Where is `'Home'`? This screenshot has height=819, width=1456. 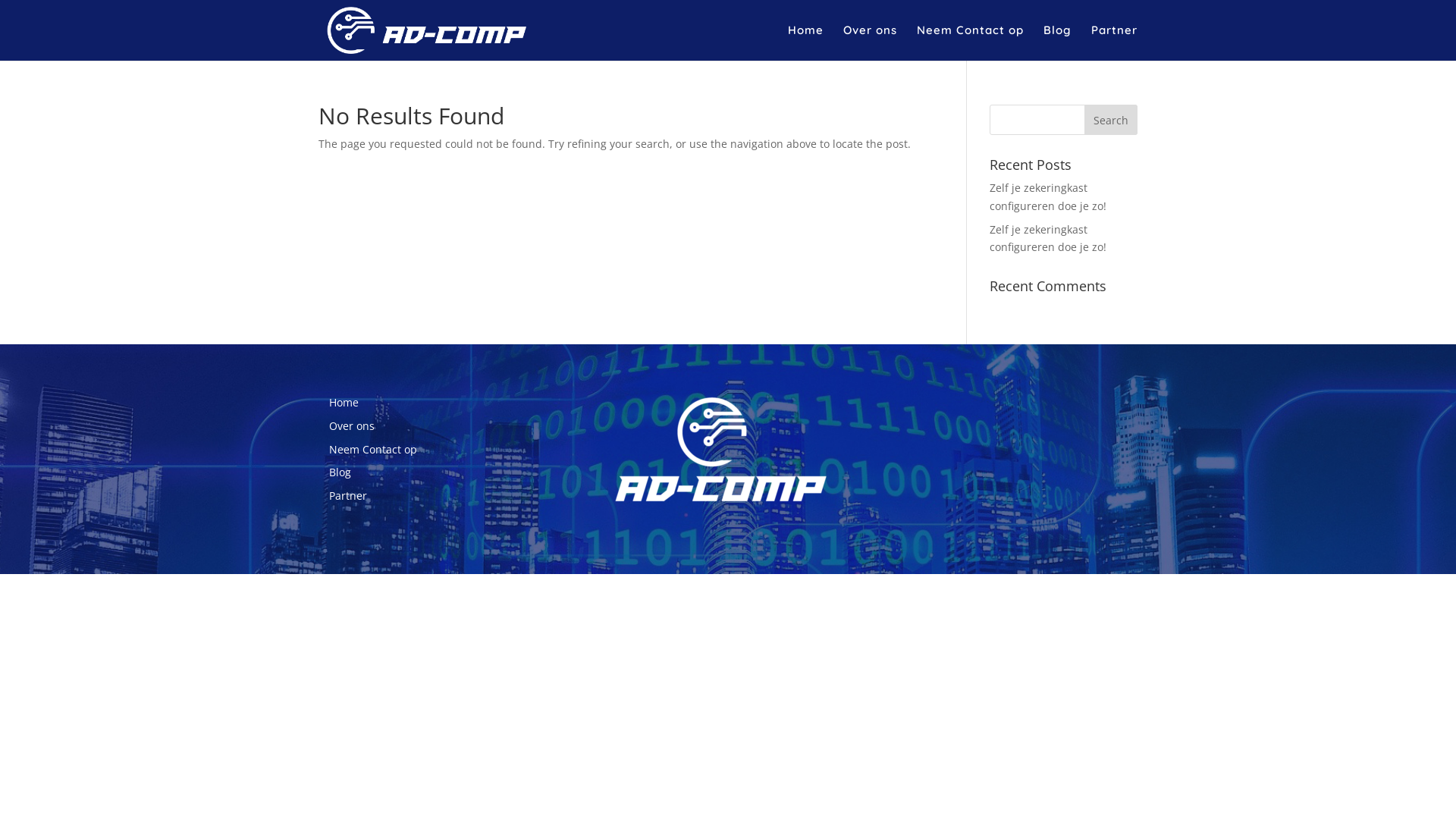 'Home' is located at coordinates (343, 401).